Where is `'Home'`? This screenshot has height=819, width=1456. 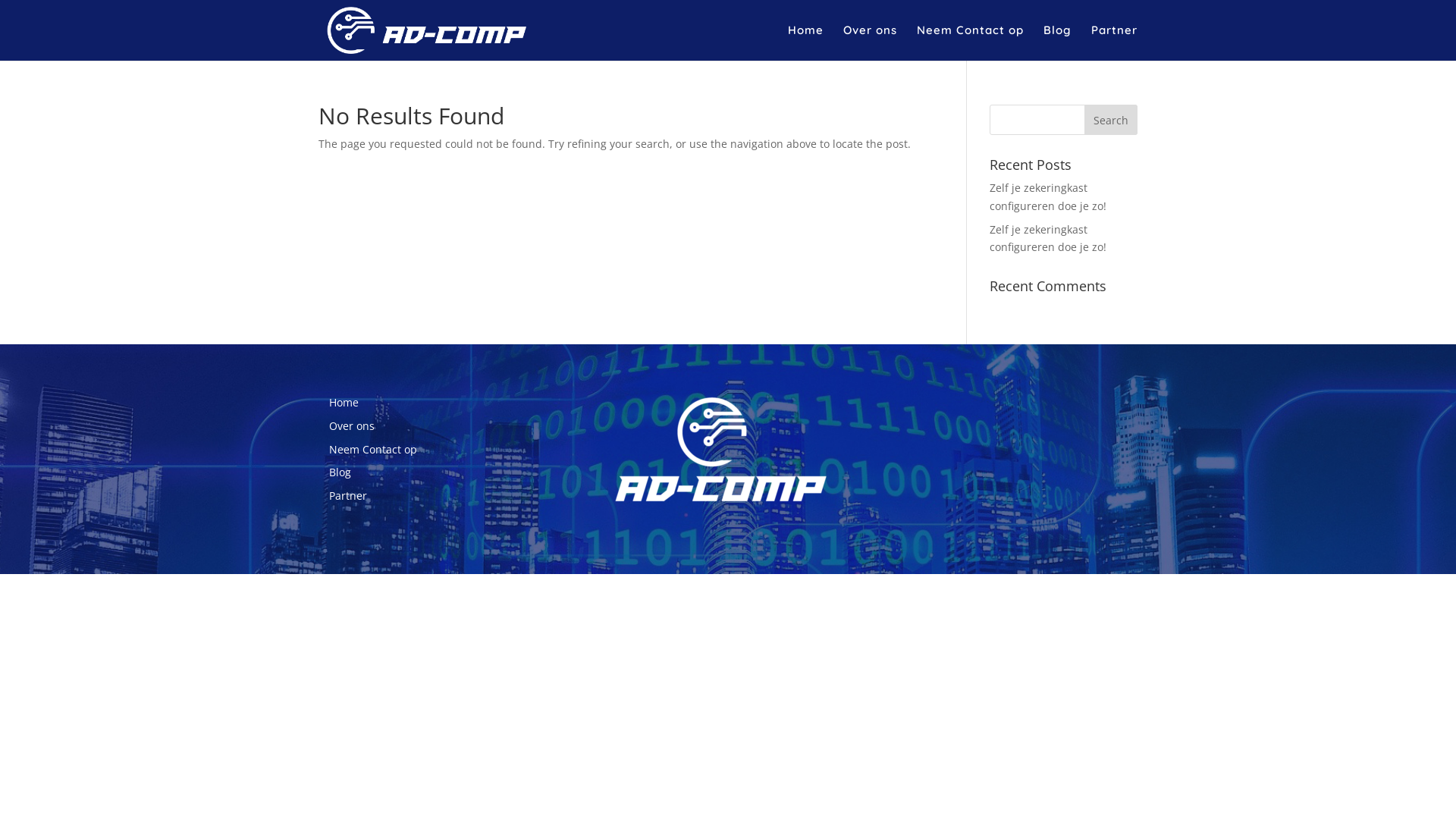 'Home' is located at coordinates (343, 401).